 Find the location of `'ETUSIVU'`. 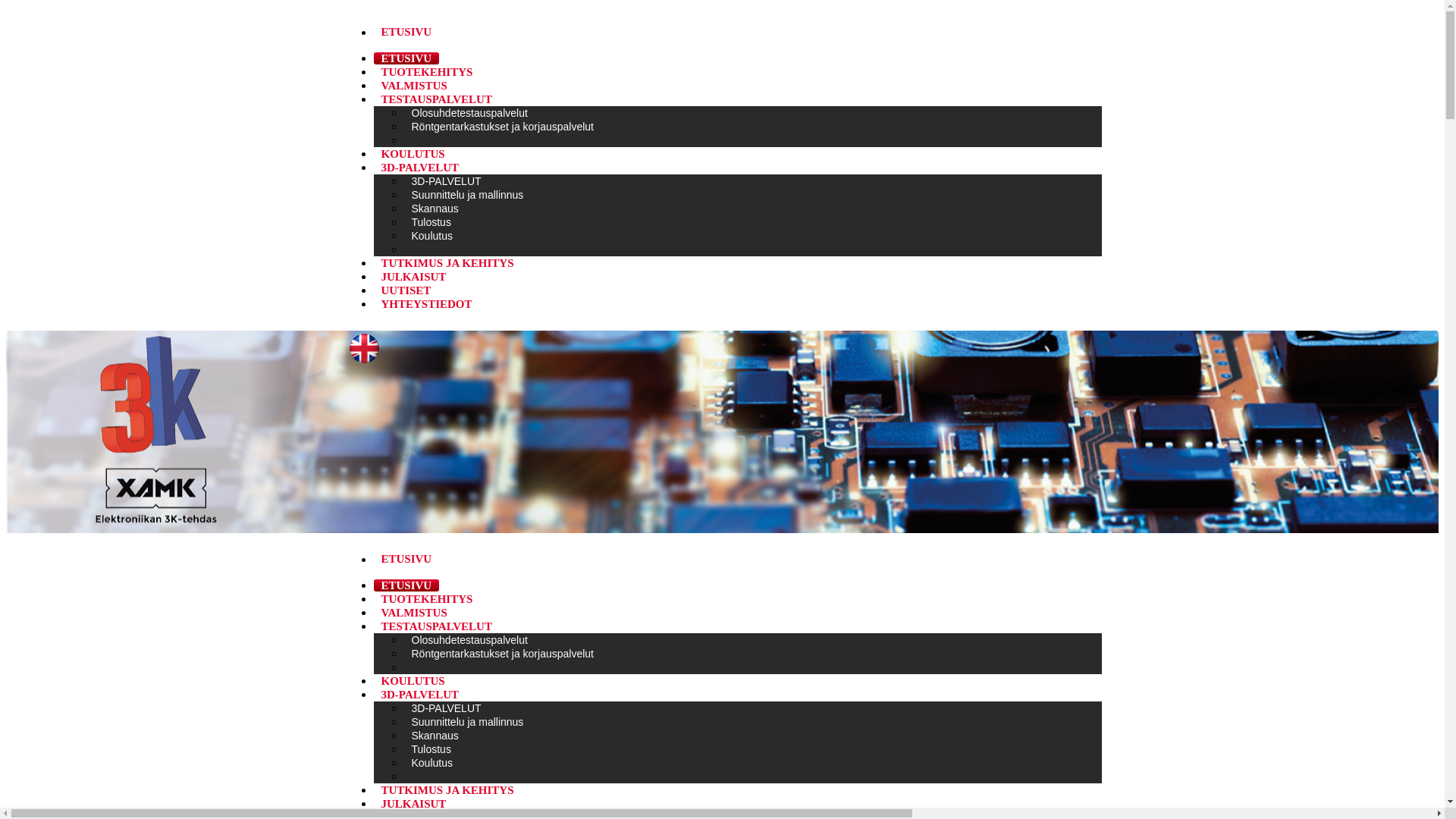

'ETUSIVU' is located at coordinates (372, 58).